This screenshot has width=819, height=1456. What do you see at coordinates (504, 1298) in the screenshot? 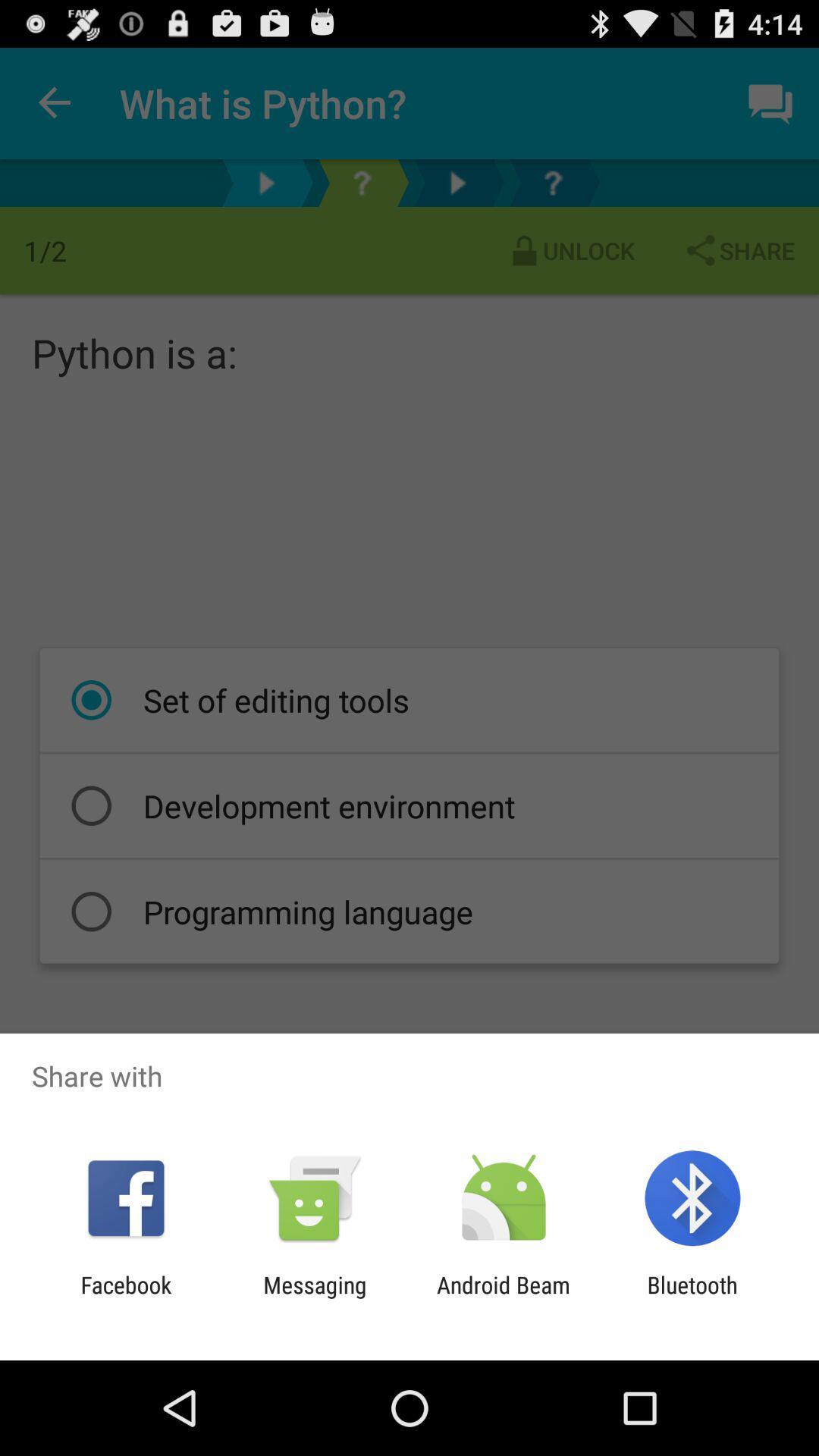
I see `app next to bluetooth app` at bounding box center [504, 1298].